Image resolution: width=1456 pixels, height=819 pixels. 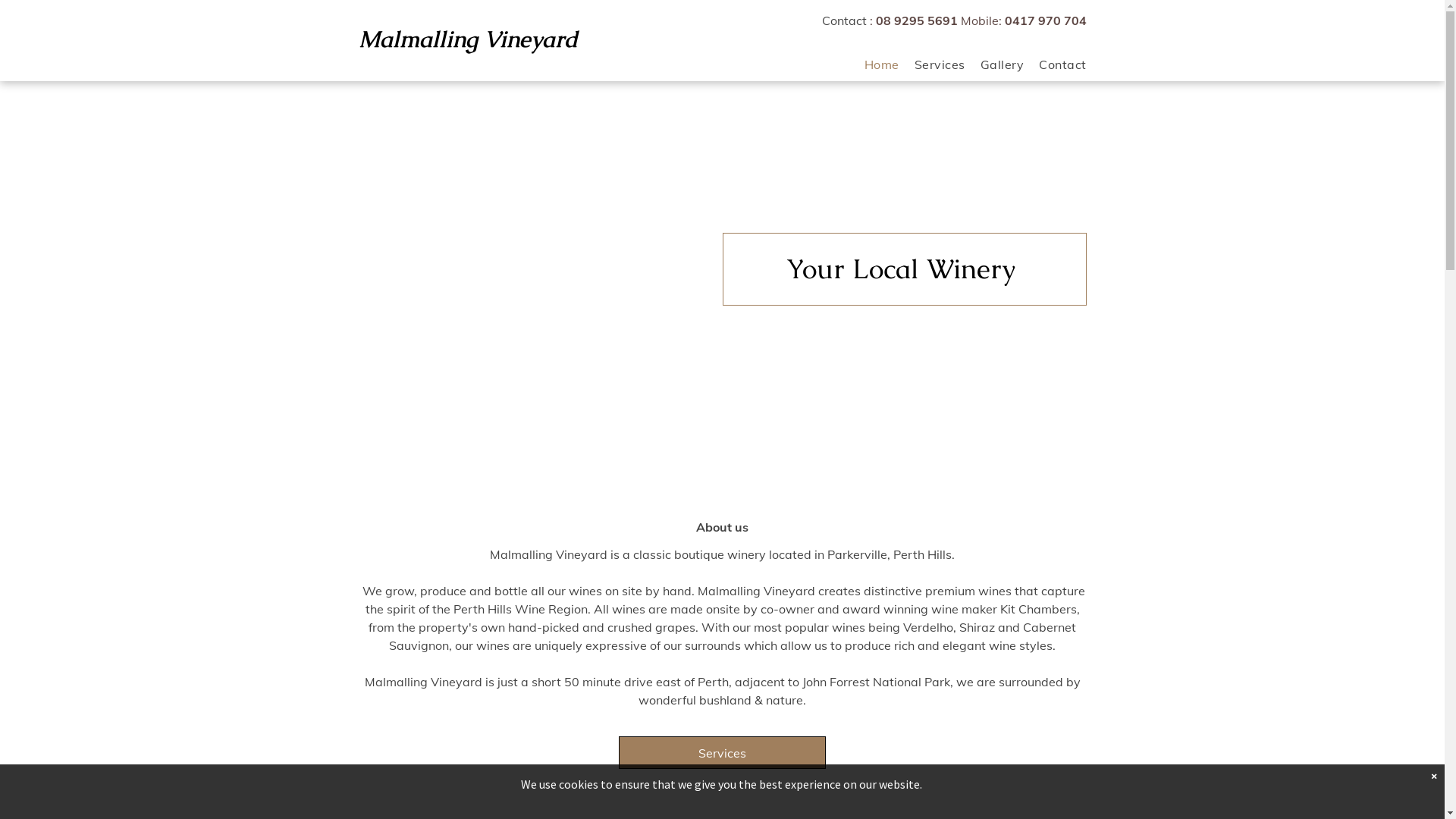 I want to click on 'Malmalling Vineyard', so click(x=466, y=38).